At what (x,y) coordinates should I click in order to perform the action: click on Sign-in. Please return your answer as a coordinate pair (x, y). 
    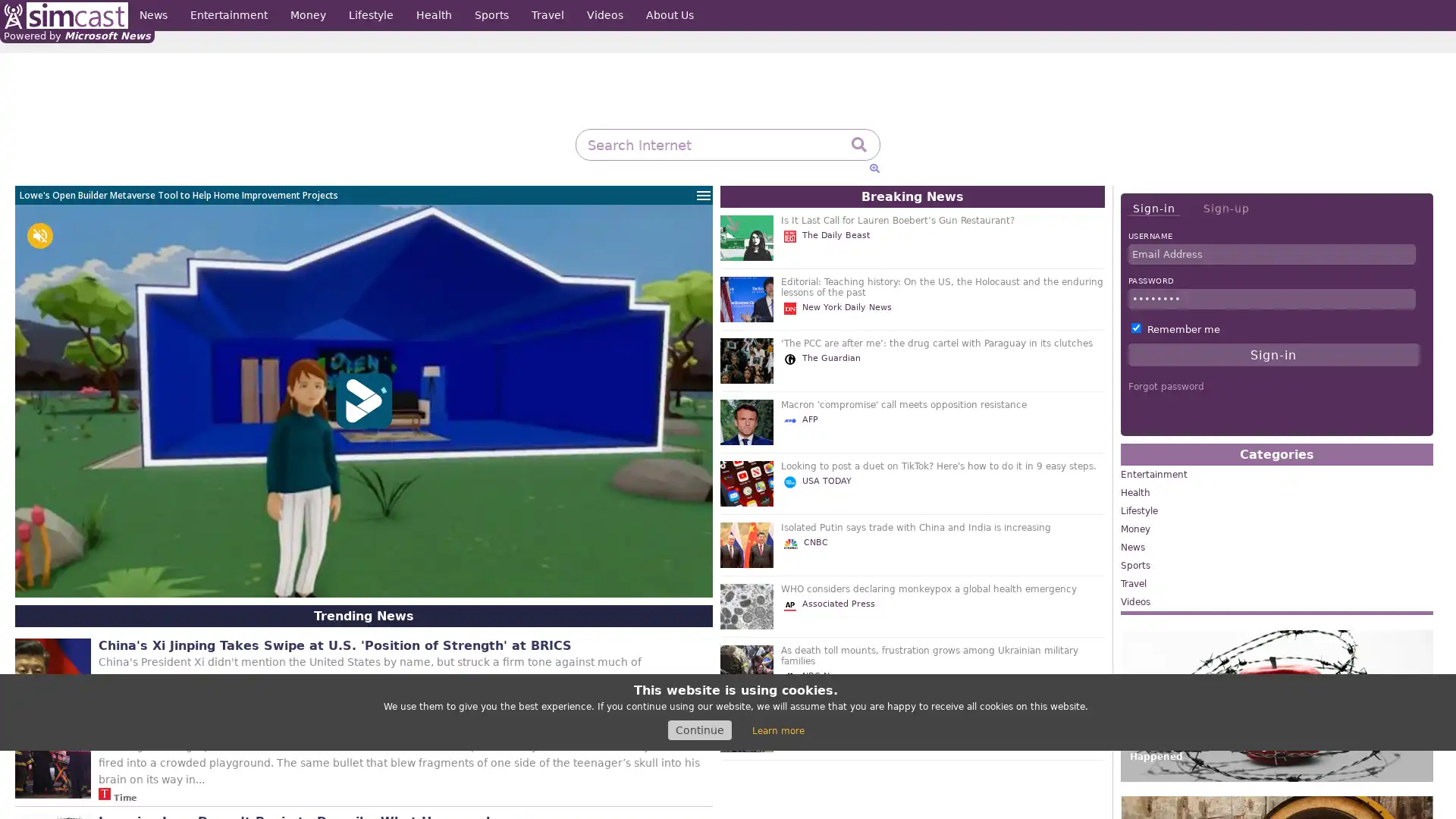
    Looking at the image, I should click on (1273, 354).